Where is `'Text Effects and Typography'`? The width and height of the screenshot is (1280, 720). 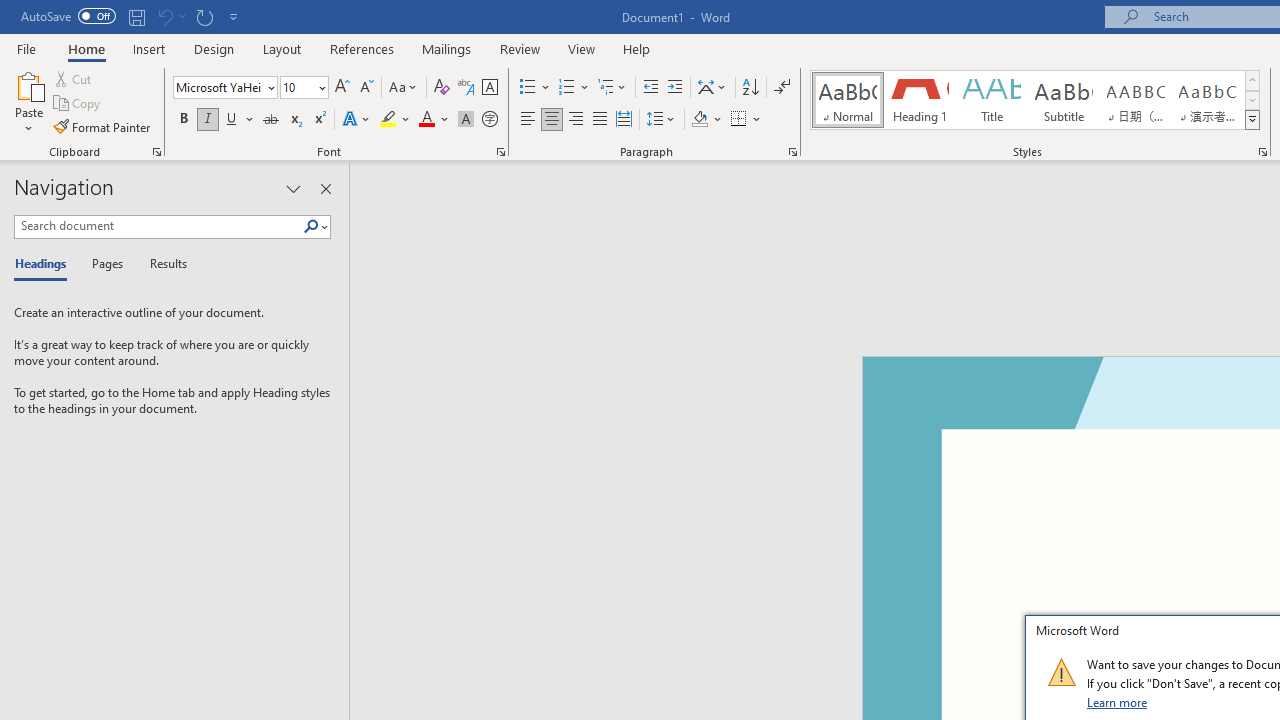 'Text Effects and Typography' is located at coordinates (357, 119).